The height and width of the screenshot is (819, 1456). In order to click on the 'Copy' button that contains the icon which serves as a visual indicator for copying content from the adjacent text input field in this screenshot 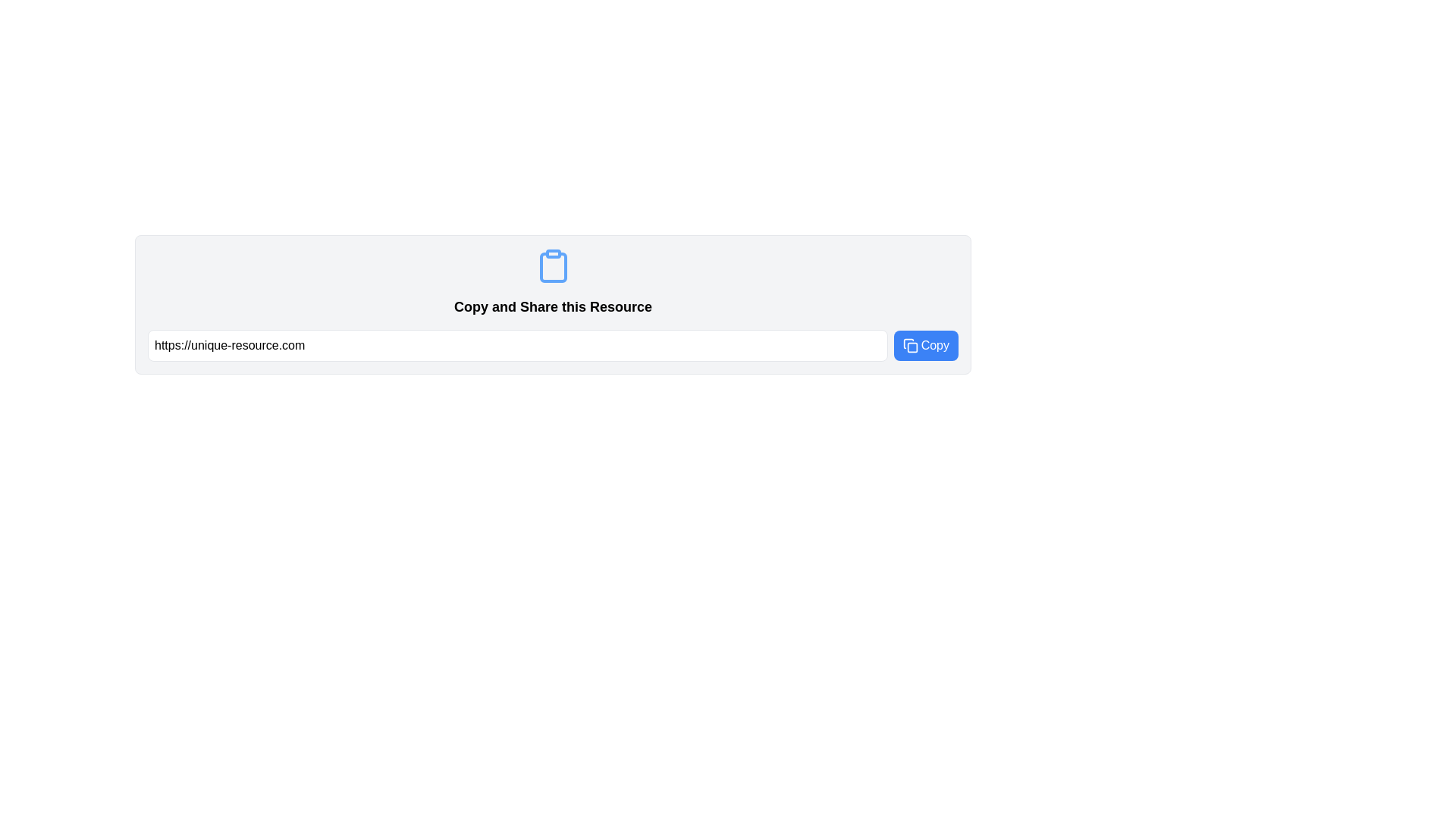, I will do `click(910, 345)`.